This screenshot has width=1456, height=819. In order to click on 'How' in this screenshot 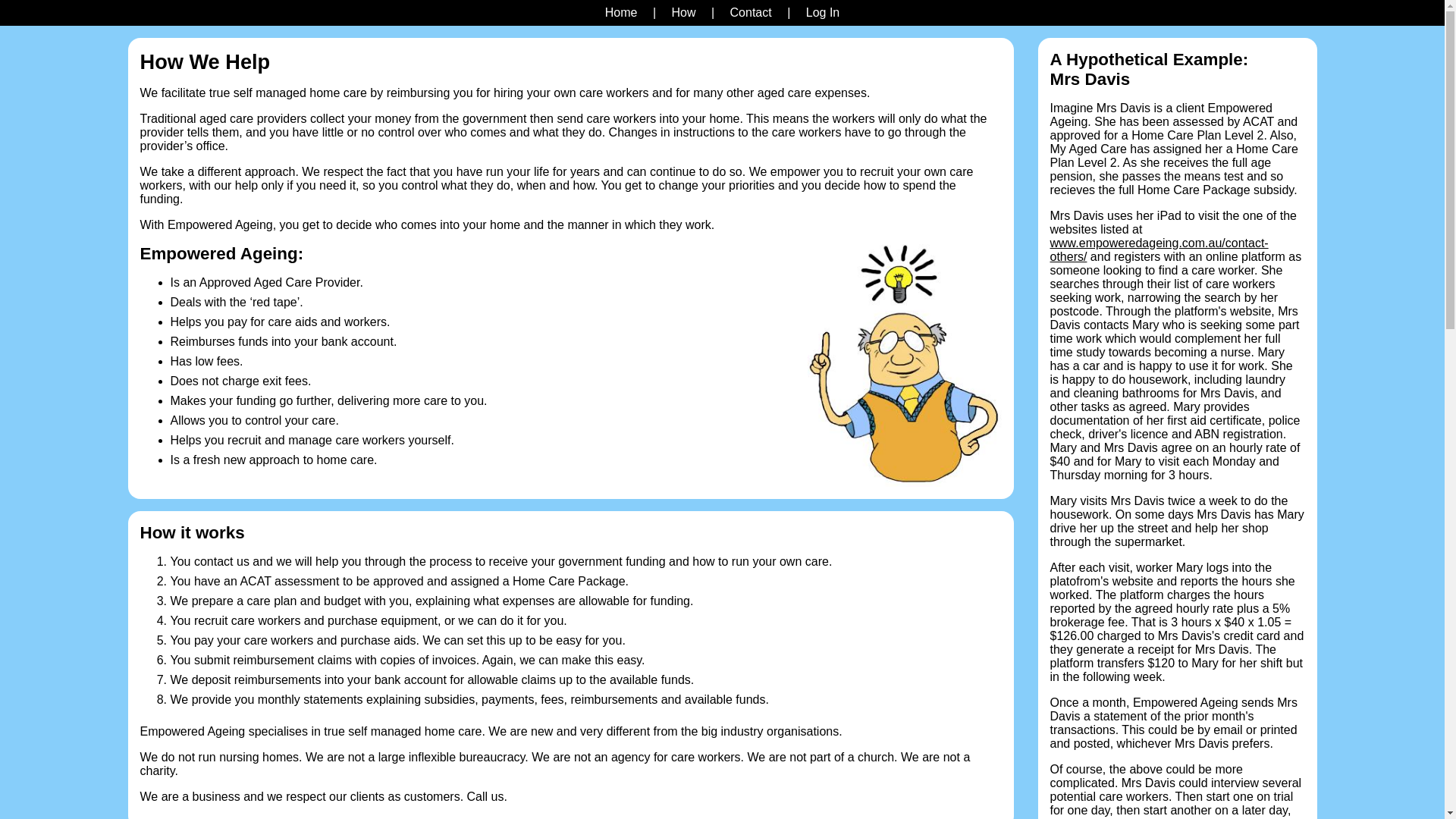, I will do `click(682, 12)`.